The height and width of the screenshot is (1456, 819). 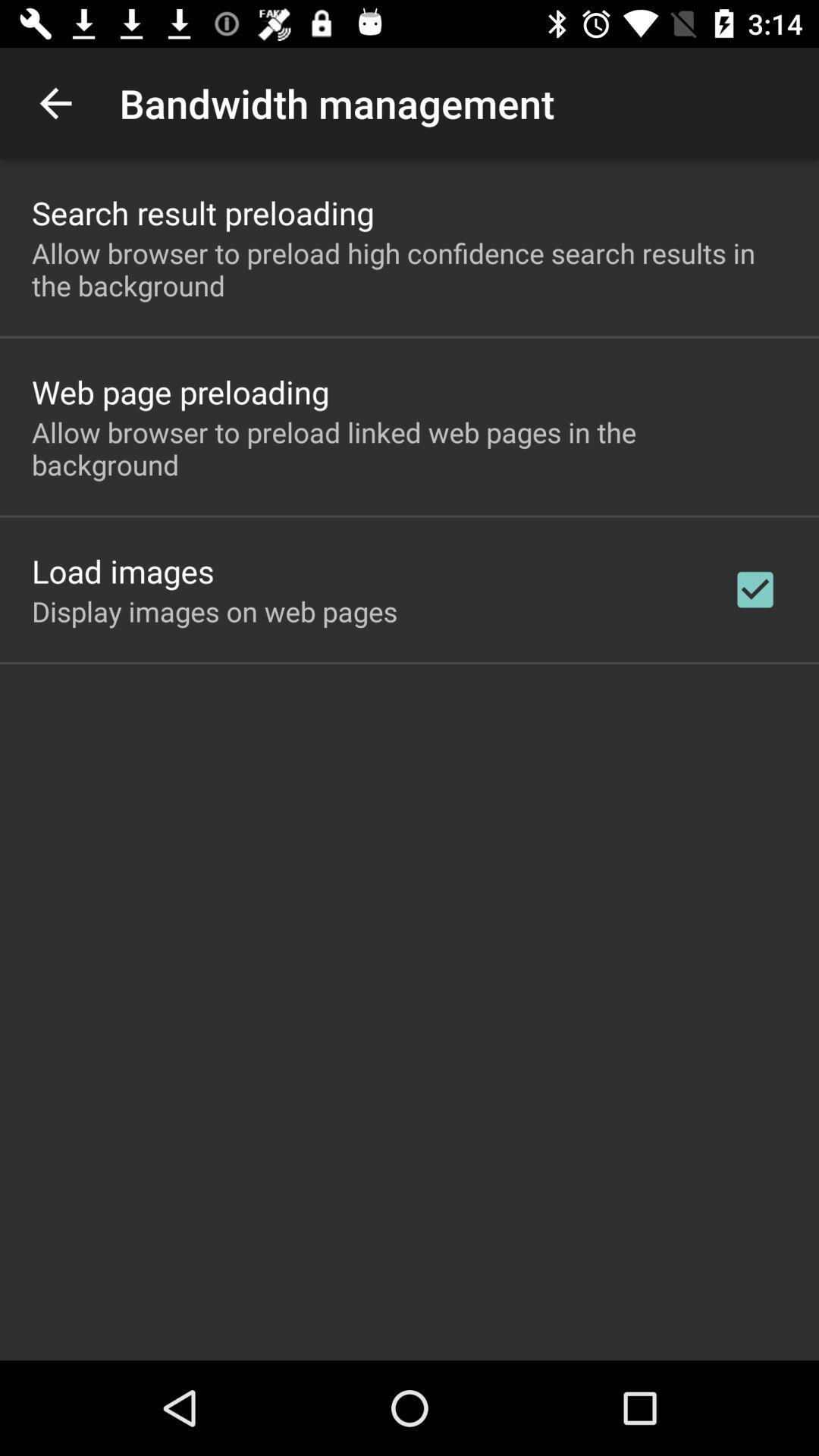 I want to click on the item below allow browser to icon, so click(x=180, y=391).